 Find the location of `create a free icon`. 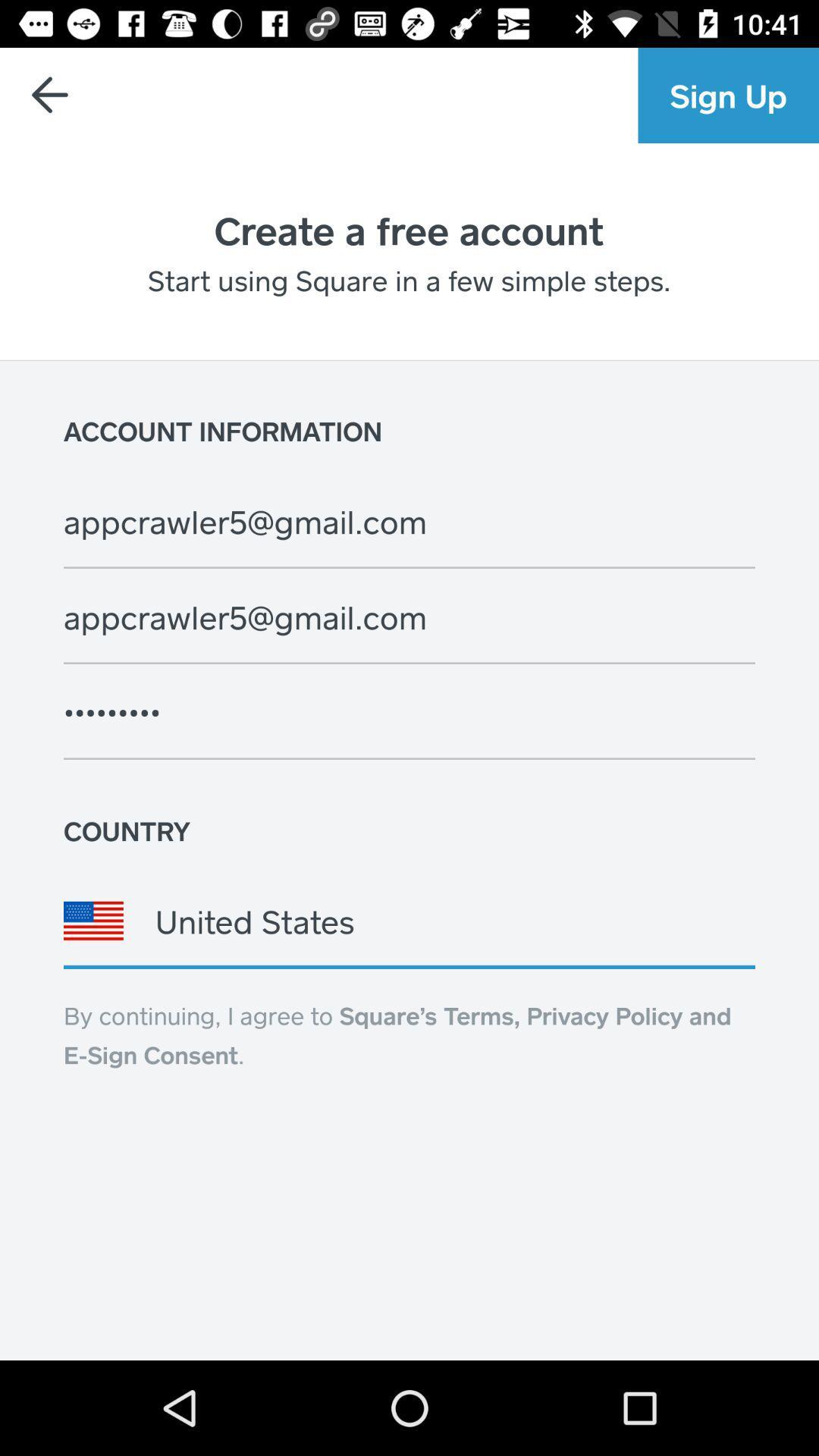

create a free icon is located at coordinates (408, 229).